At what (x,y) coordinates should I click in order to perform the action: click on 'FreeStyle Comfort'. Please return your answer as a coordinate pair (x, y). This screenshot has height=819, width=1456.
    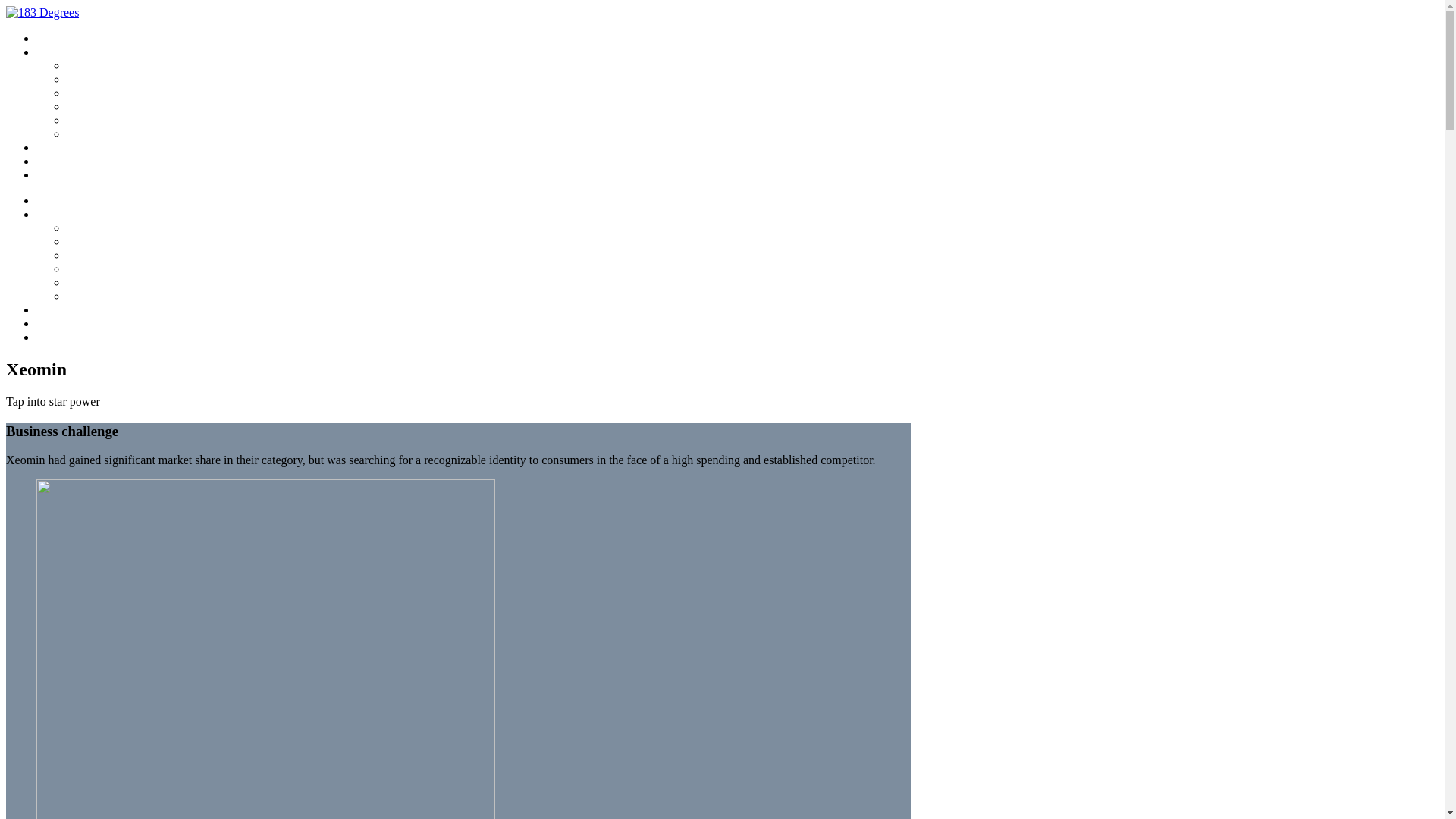
    Looking at the image, I should click on (108, 268).